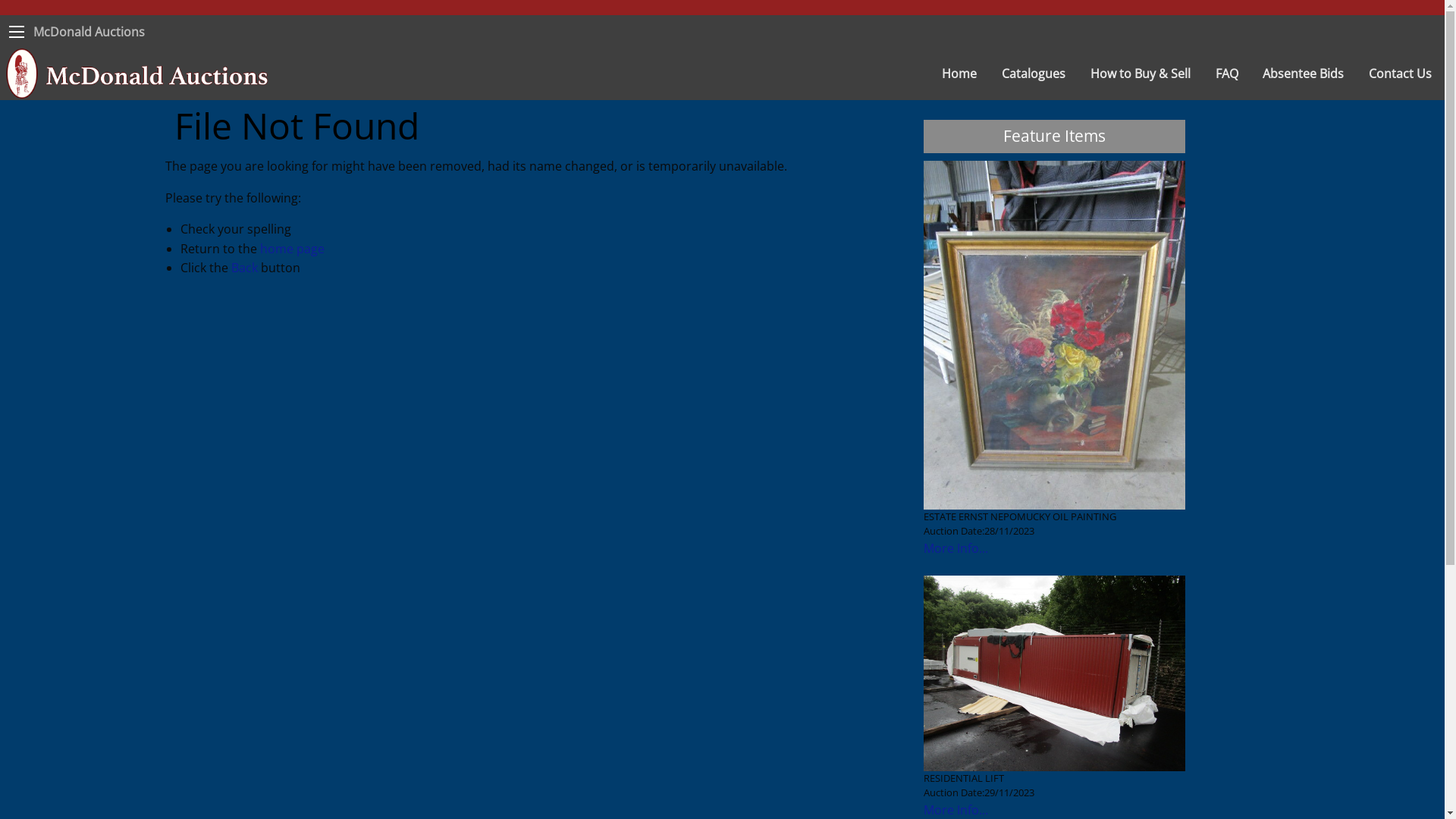  Describe the element at coordinates (291, 247) in the screenshot. I see `'home page'` at that location.